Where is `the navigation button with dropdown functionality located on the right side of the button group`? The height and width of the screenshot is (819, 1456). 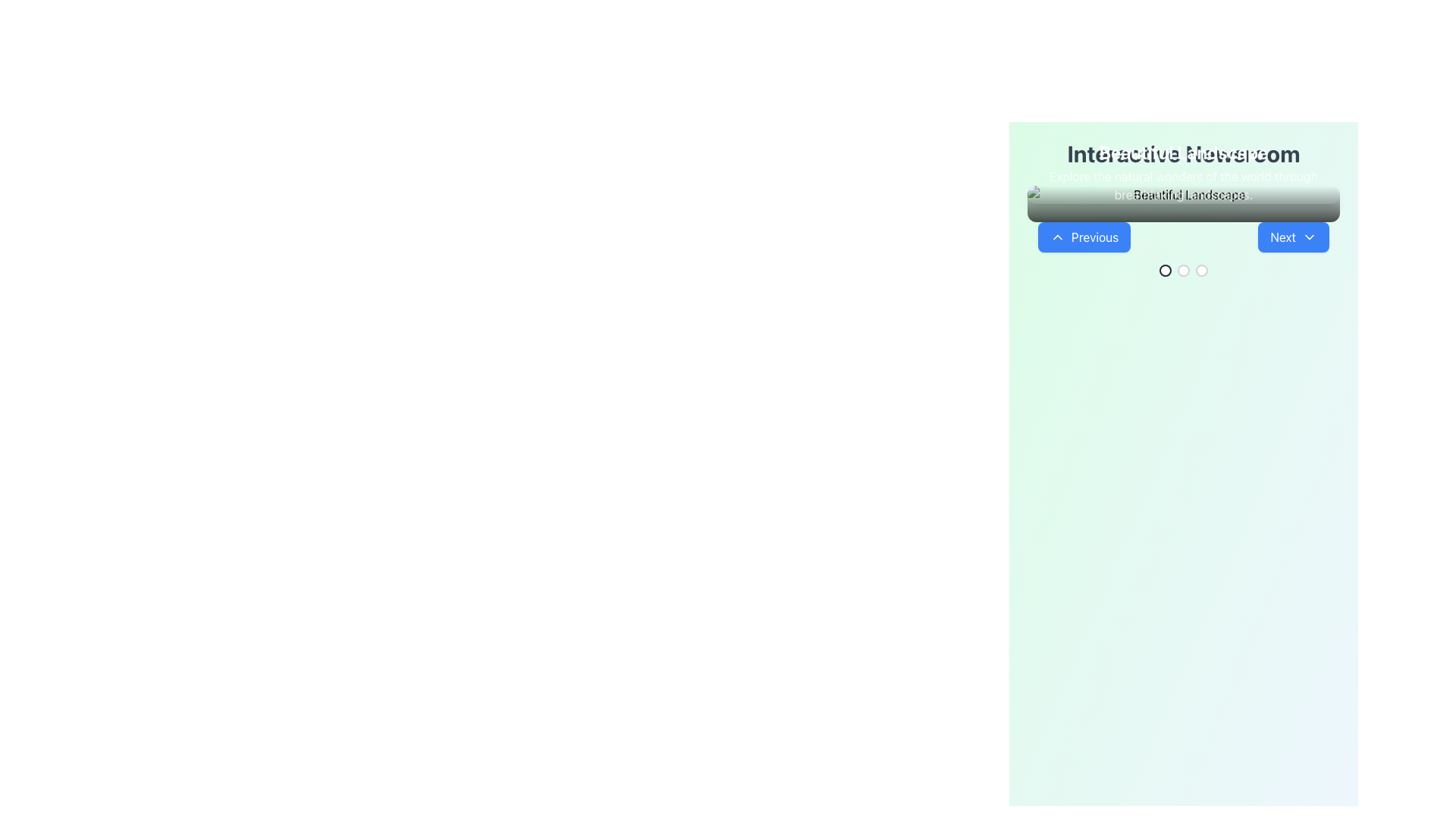 the navigation button with dropdown functionality located on the right side of the button group is located at coordinates (1293, 237).